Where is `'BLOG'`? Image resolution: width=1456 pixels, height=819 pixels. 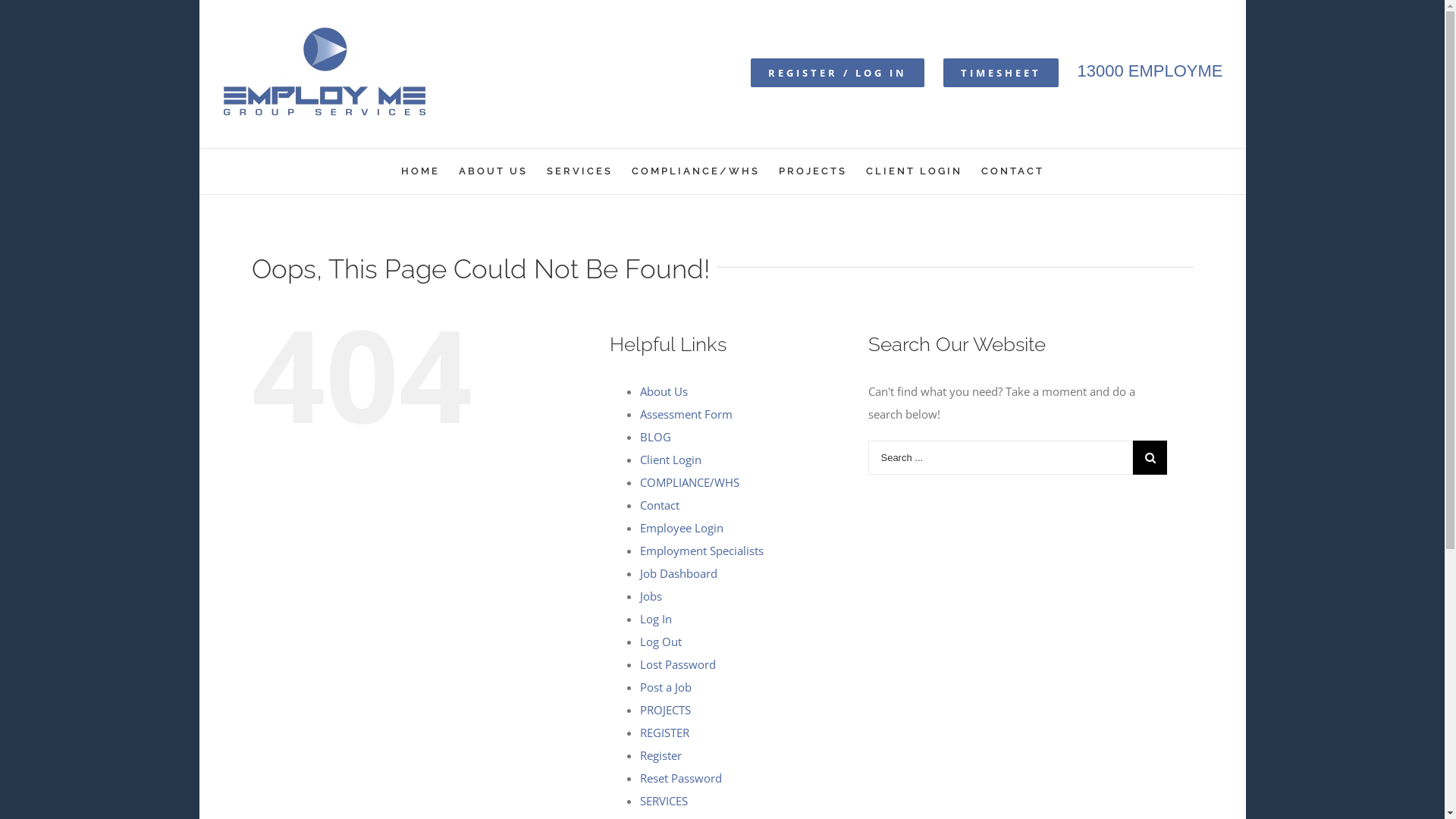
'BLOG' is located at coordinates (655, 436).